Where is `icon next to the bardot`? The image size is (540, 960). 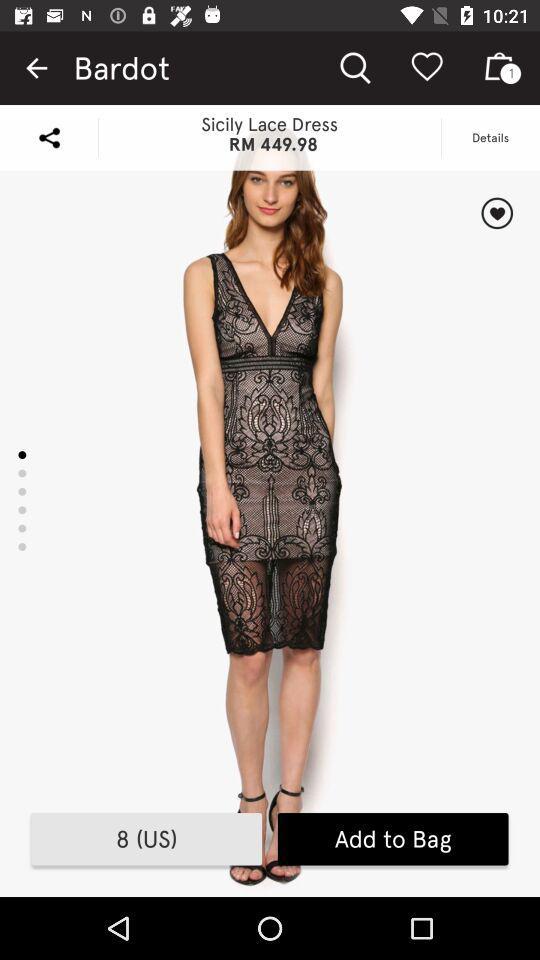 icon next to the bardot is located at coordinates (36, 68).